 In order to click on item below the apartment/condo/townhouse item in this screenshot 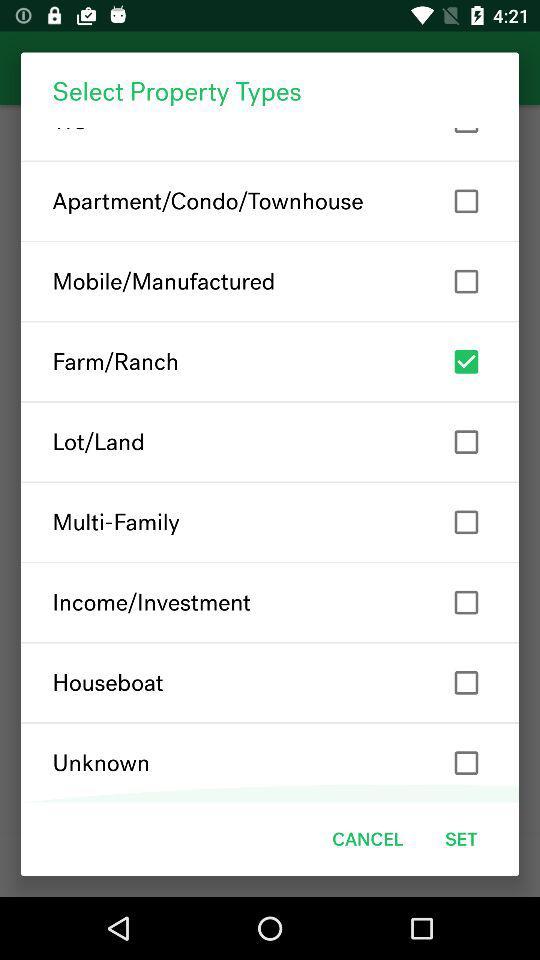, I will do `click(270, 280)`.